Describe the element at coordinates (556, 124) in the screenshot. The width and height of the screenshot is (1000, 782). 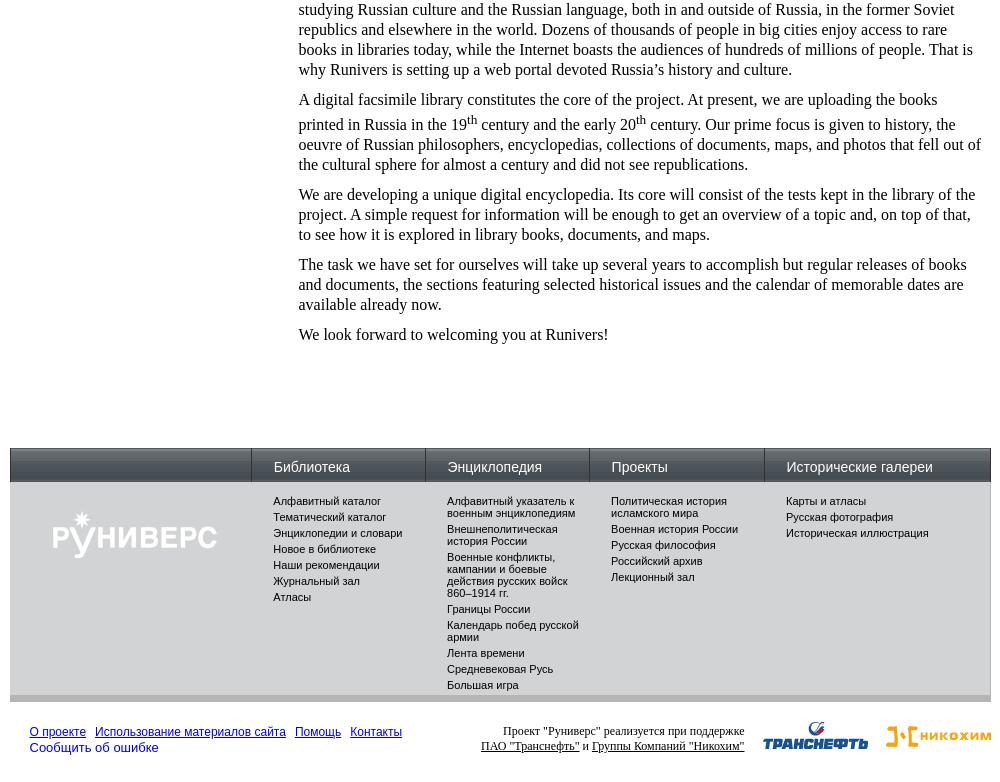
I see `'century and the early 20'` at that location.